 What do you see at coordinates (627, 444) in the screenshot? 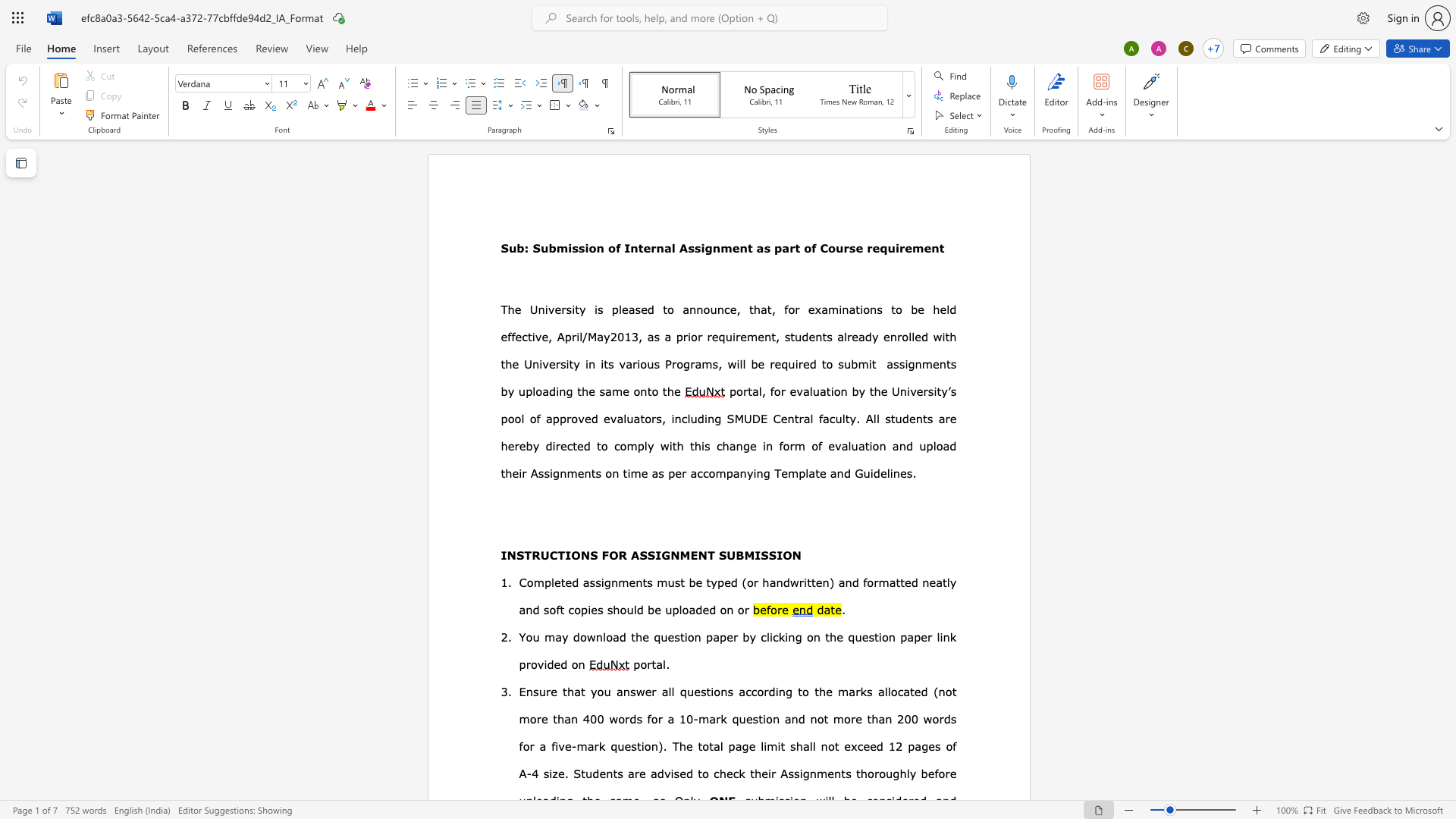
I see `the space between the continuous character "o" and "m" in the text` at bounding box center [627, 444].